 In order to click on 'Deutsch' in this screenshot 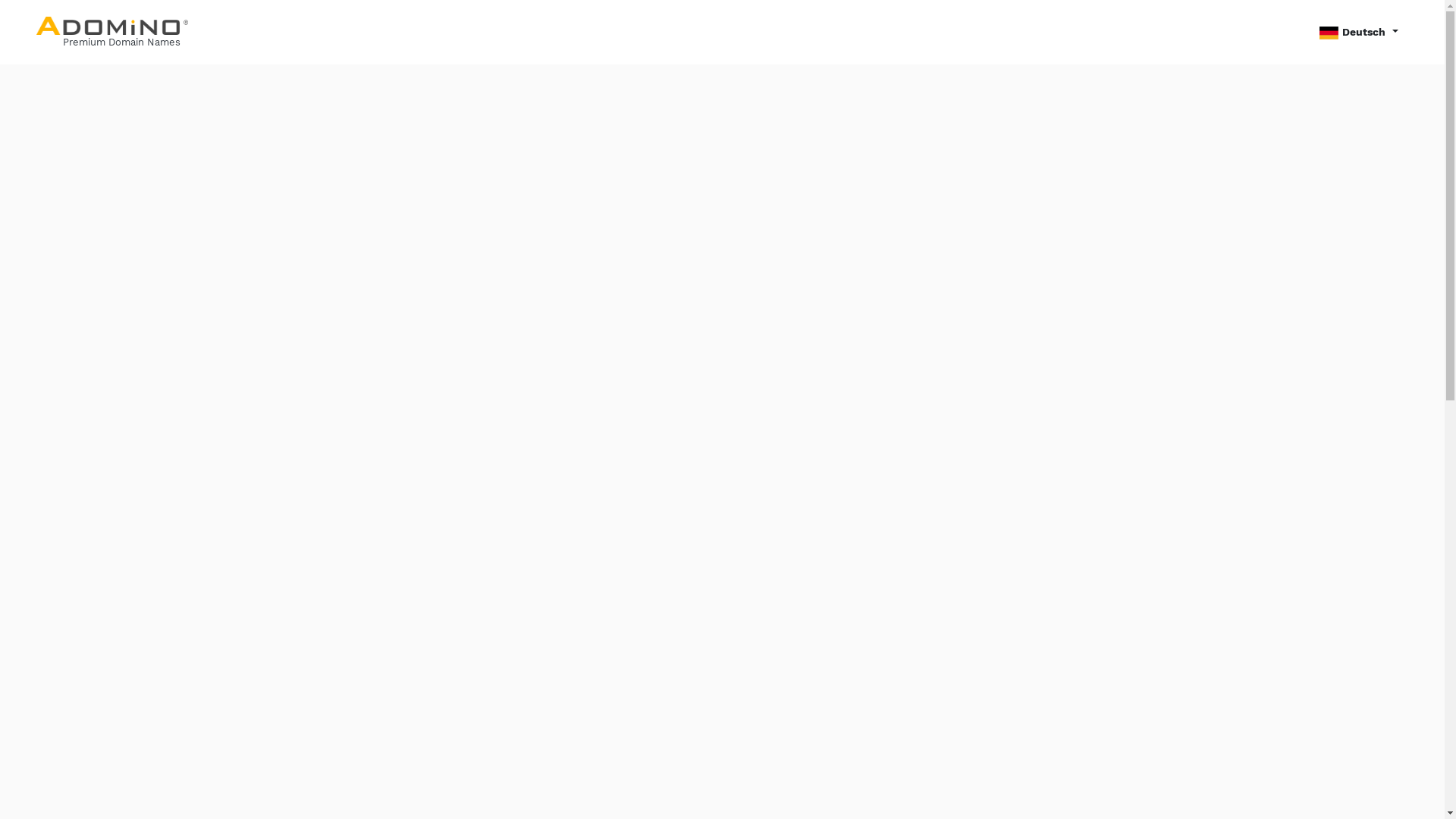, I will do `click(1358, 32)`.